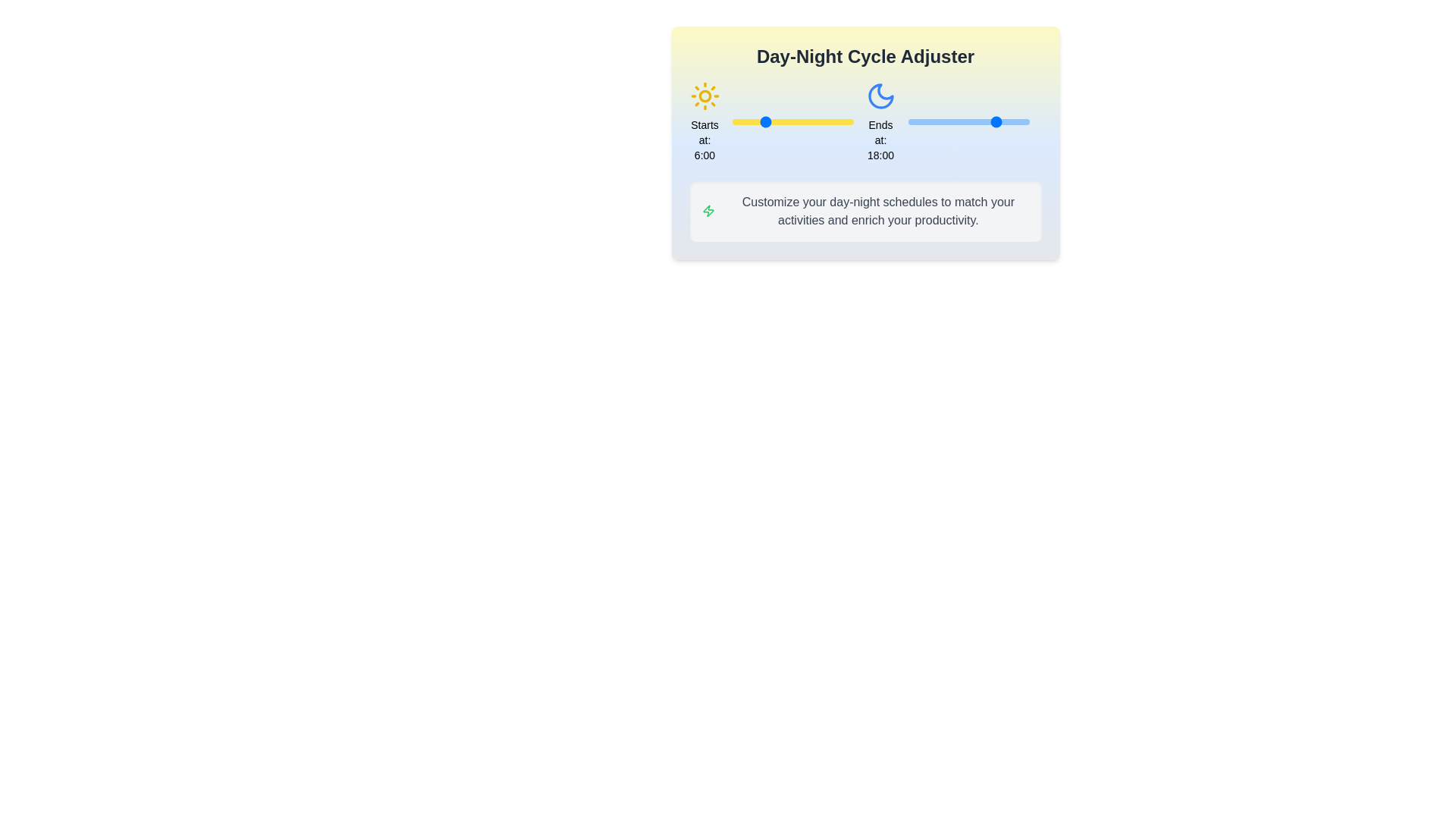 This screenshot has width=1456, height=819. Describe the element at coordinates (822, 121) in the screenshot. I see `the start time of the day cycle to 18 hours using the left slider` at that location.